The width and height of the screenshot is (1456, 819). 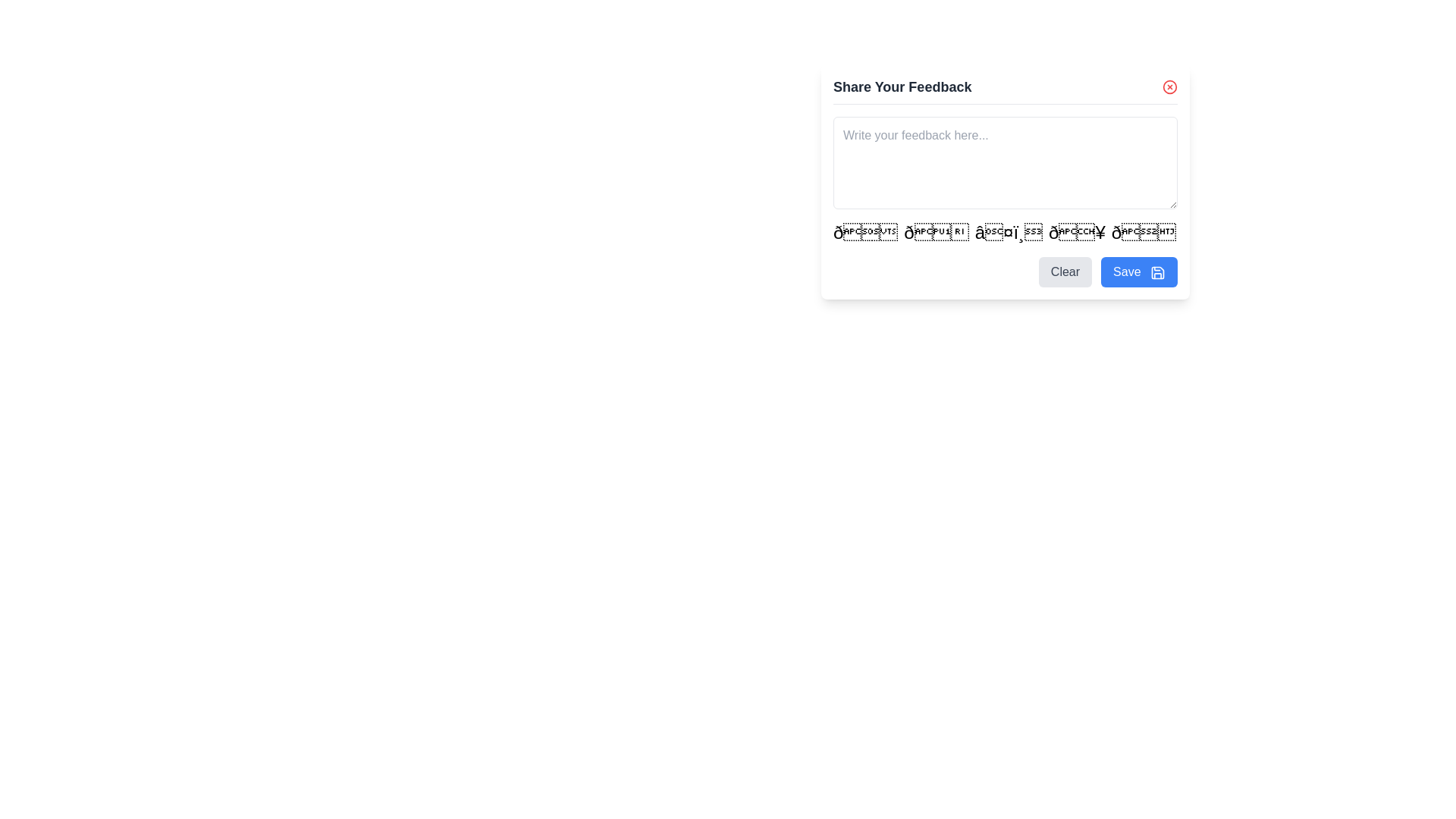 I want to click on text label 'Share Your Feedback' displayed in bold, dark gray font at the top of the feedback form, so click(x=902, y=87).